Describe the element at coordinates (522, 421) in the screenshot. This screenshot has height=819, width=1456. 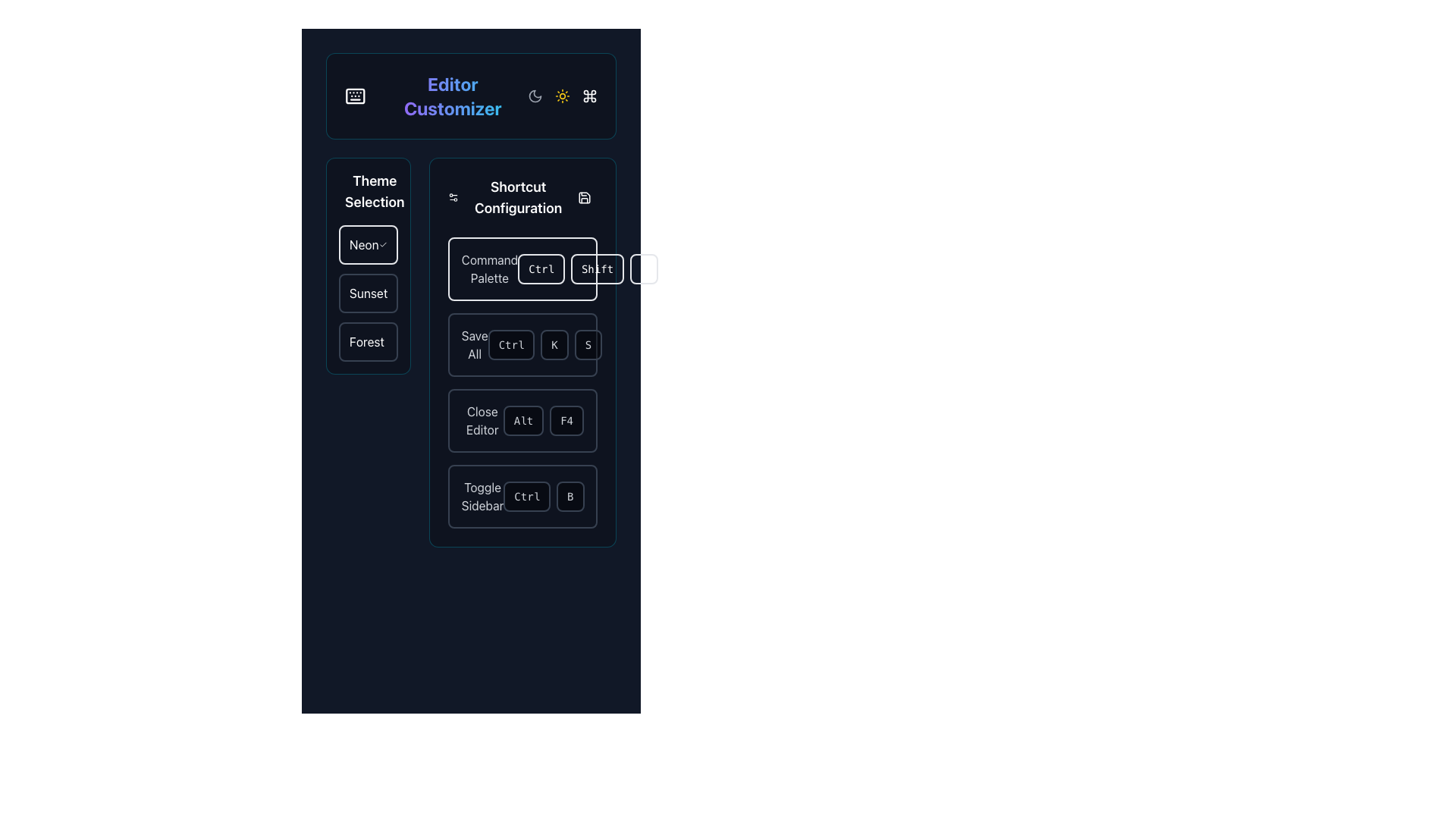
I see `the 'Close Editor' shortcut display, which shows the description and key combination for closing the editor. It is the third item in the Shortcut Configuration section, located in the center-right region of the interface` at that location.